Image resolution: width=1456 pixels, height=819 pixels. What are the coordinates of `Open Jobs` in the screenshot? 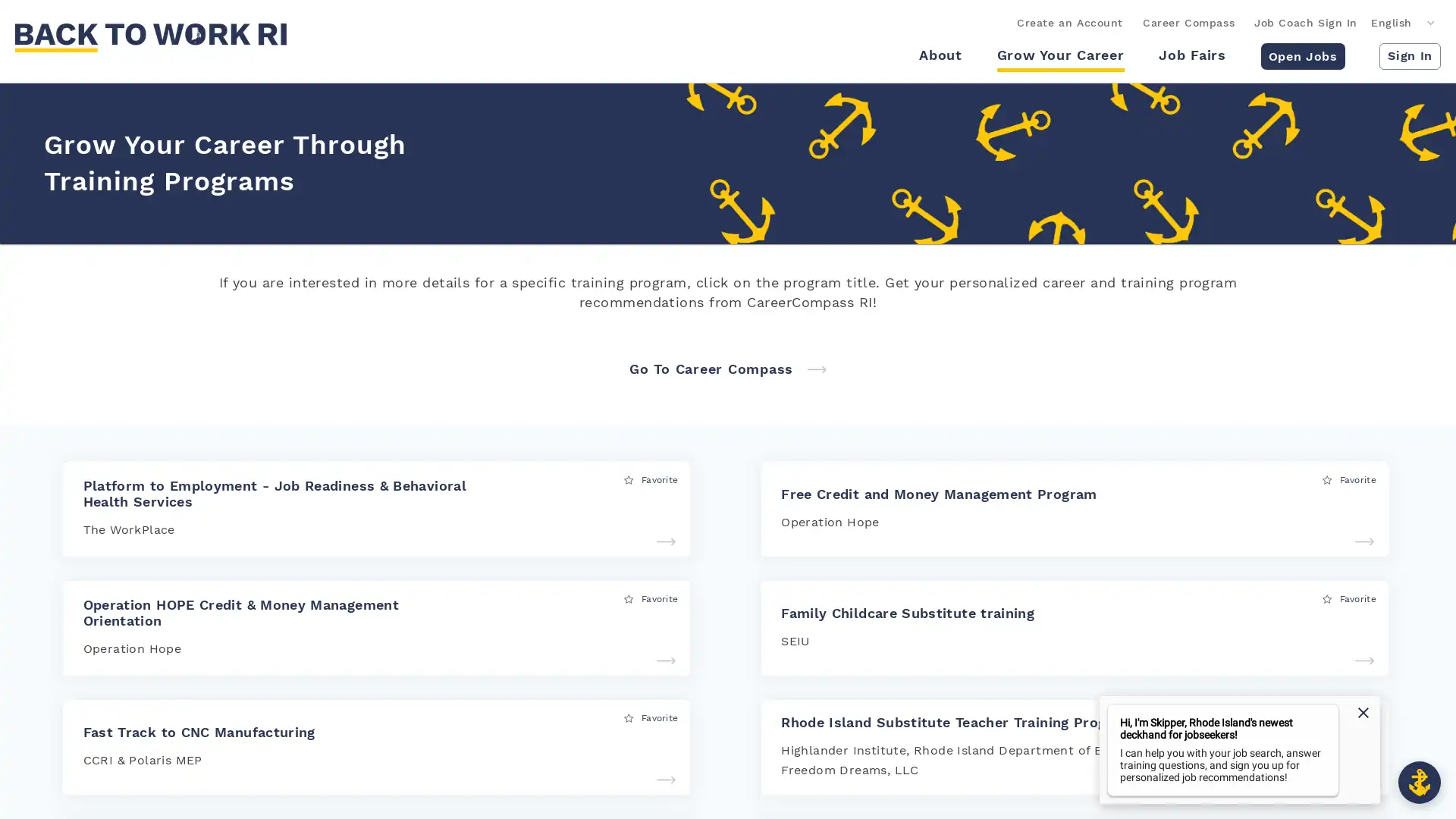 It's located at (1301, 55).